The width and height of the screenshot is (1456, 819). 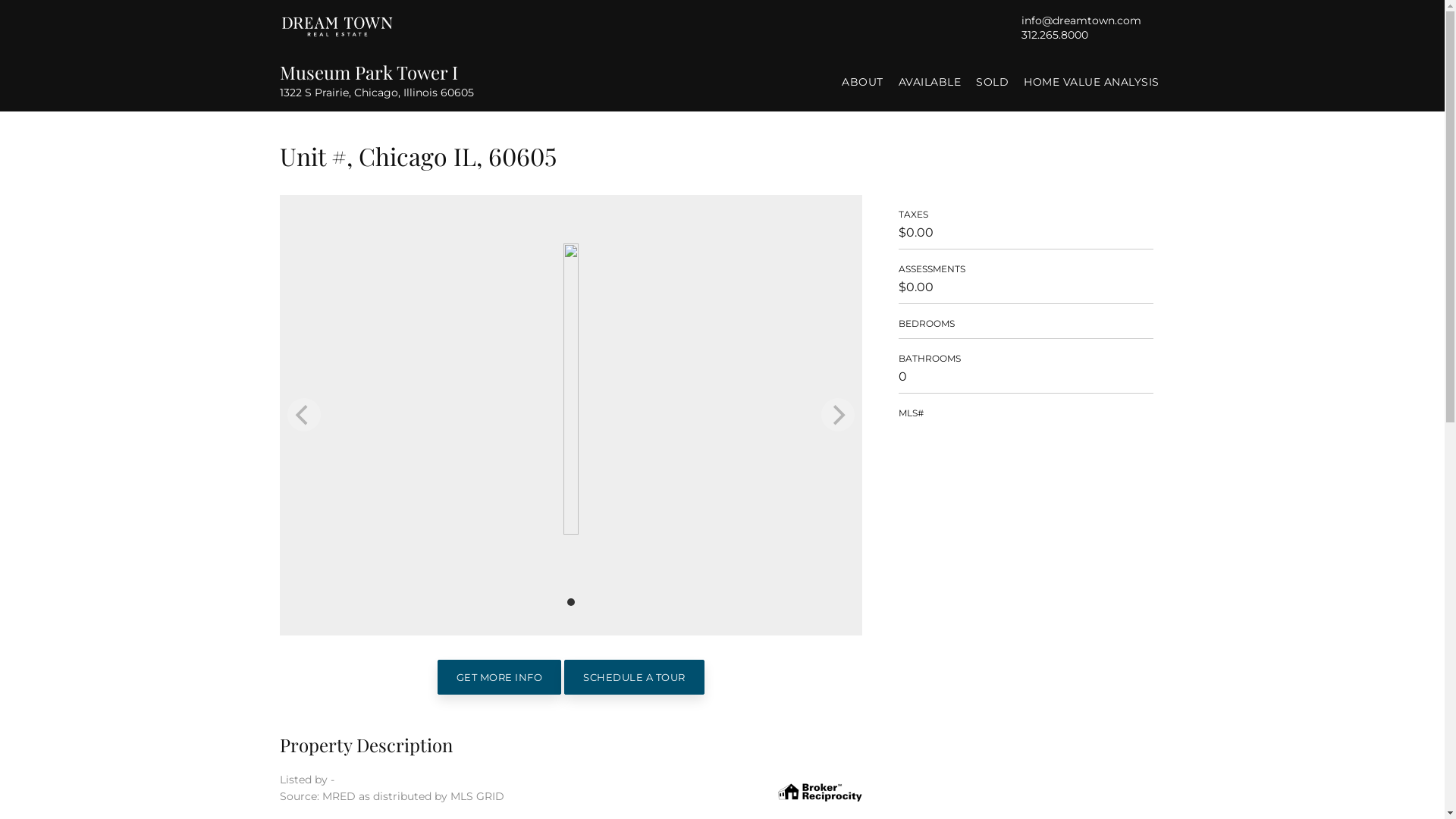 What do you see at coordinates (436, 676) in the screenshot?
I see `'GET MORE INFO'` at bounding box center [436, 676].